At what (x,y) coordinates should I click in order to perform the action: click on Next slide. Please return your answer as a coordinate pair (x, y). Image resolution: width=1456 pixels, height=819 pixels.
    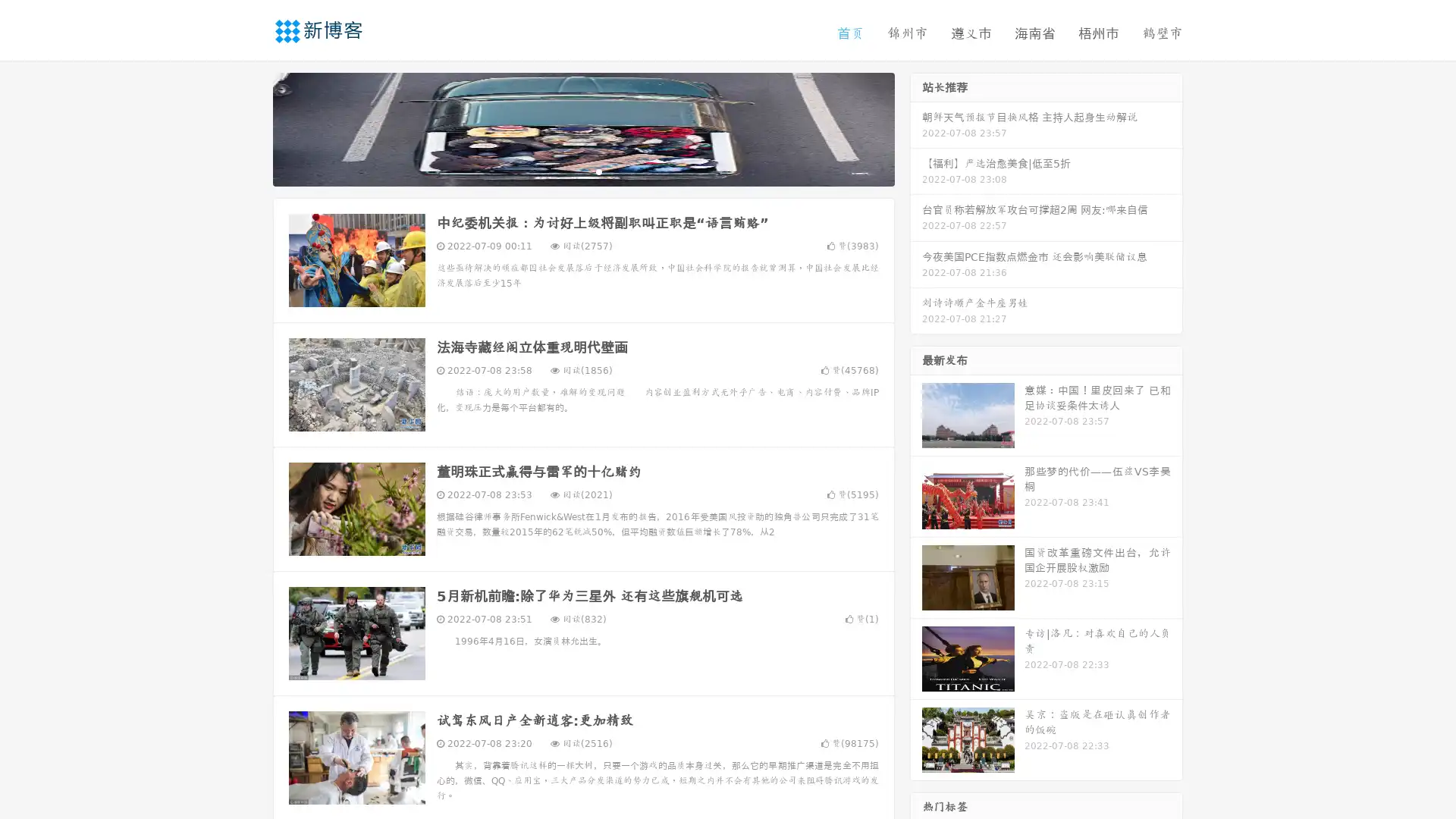
    Looking at the image, I should click on (916, 127).